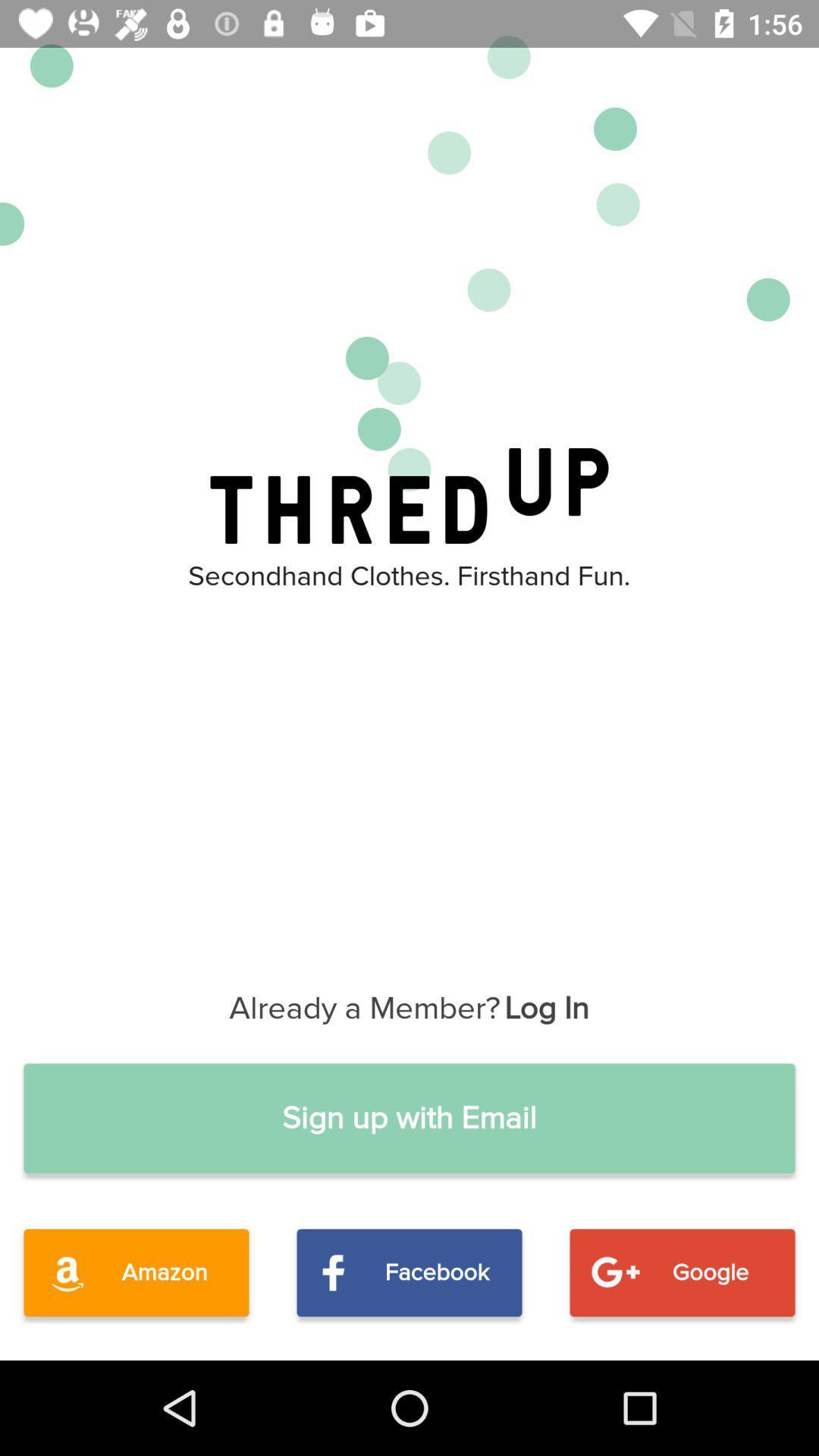 This screenshot has width=819, height=1456. Describe the element at coordinates (409, 1118) in the screenshot. I see `the sign up with icon` at that location.